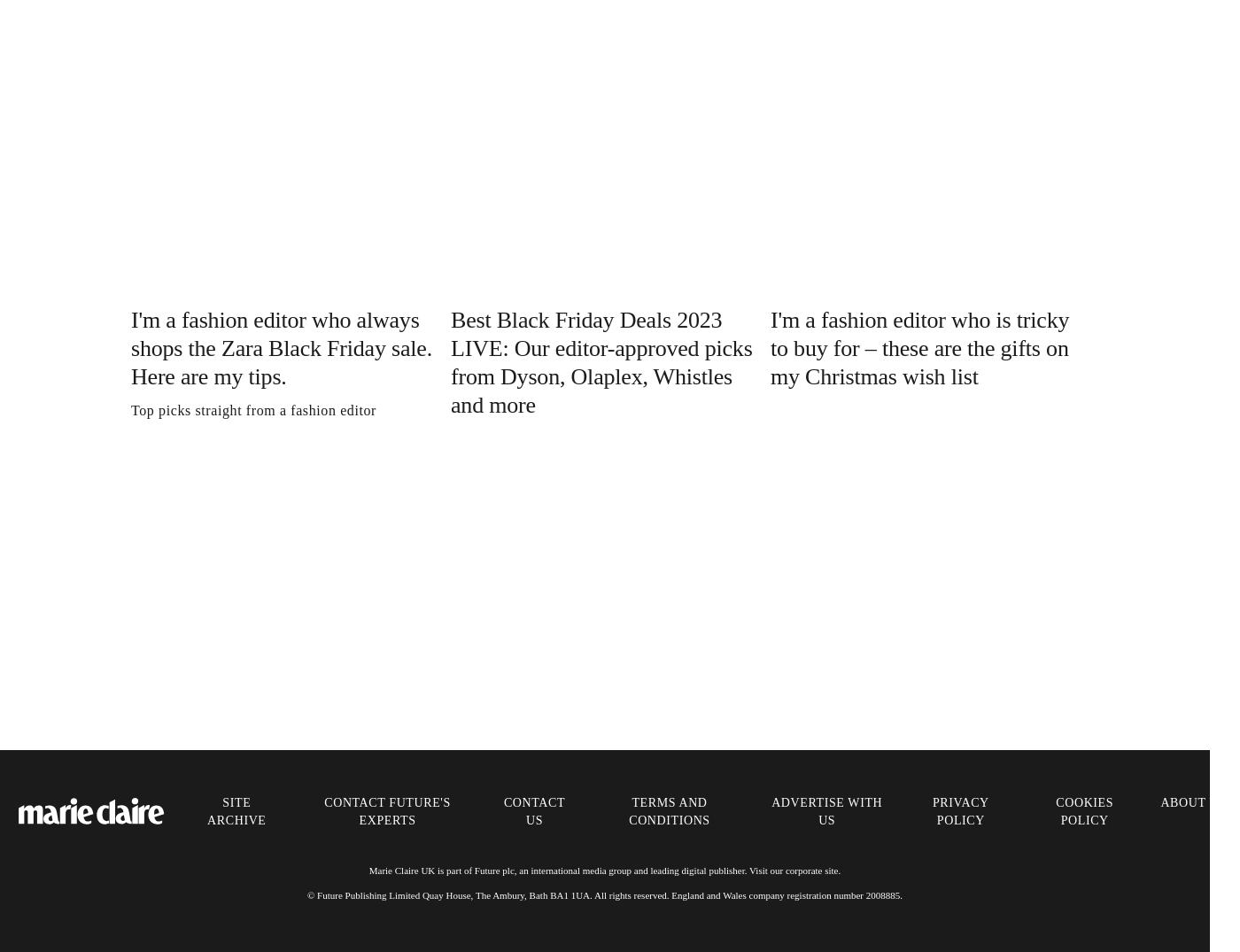  What do you see at coordinates (1084, 809) in the screenshot?
I see `'Cookies policy'` at bounding box center [1084, 809].